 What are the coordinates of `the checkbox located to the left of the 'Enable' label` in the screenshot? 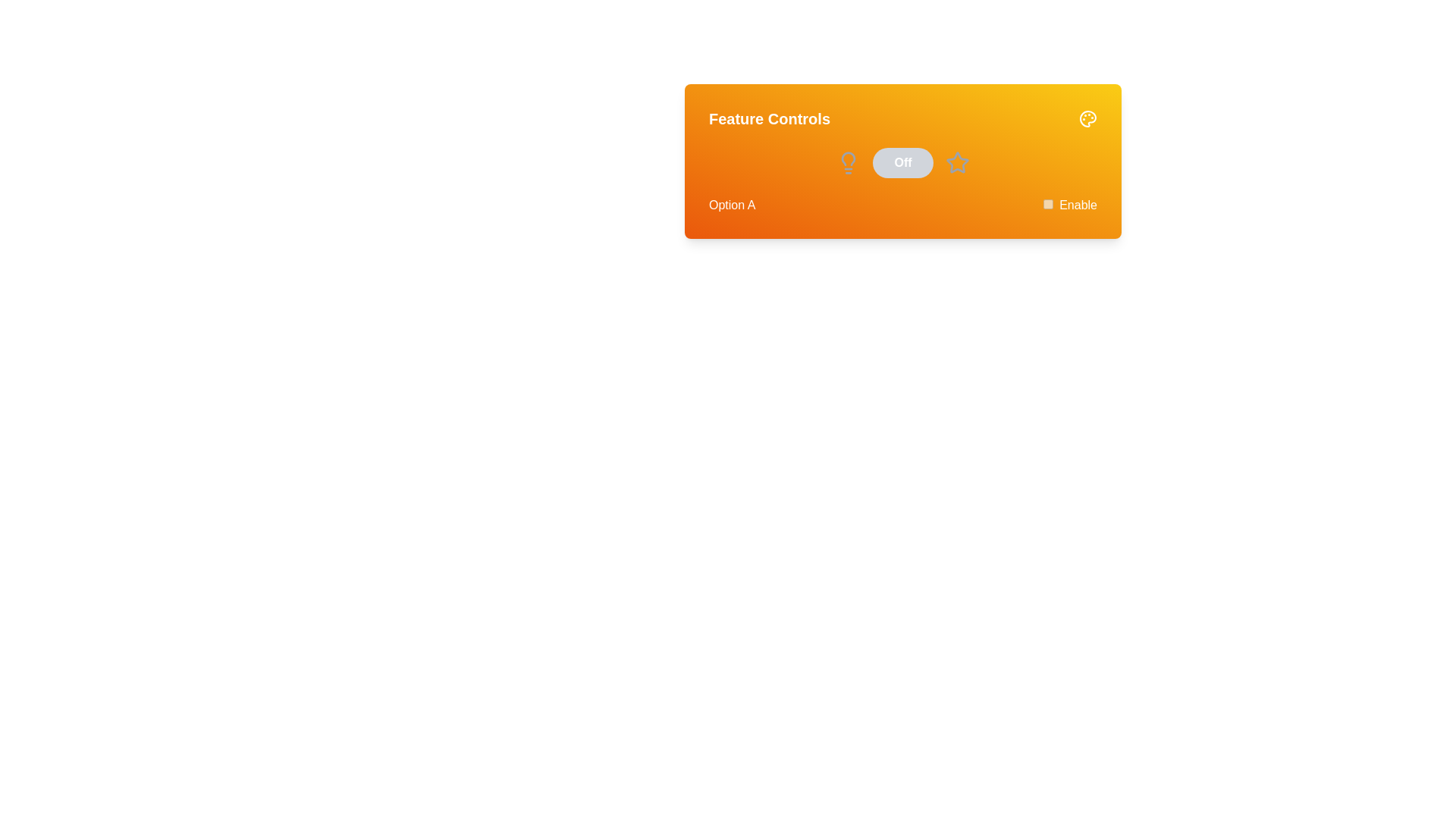 It's located at (1047, 203).